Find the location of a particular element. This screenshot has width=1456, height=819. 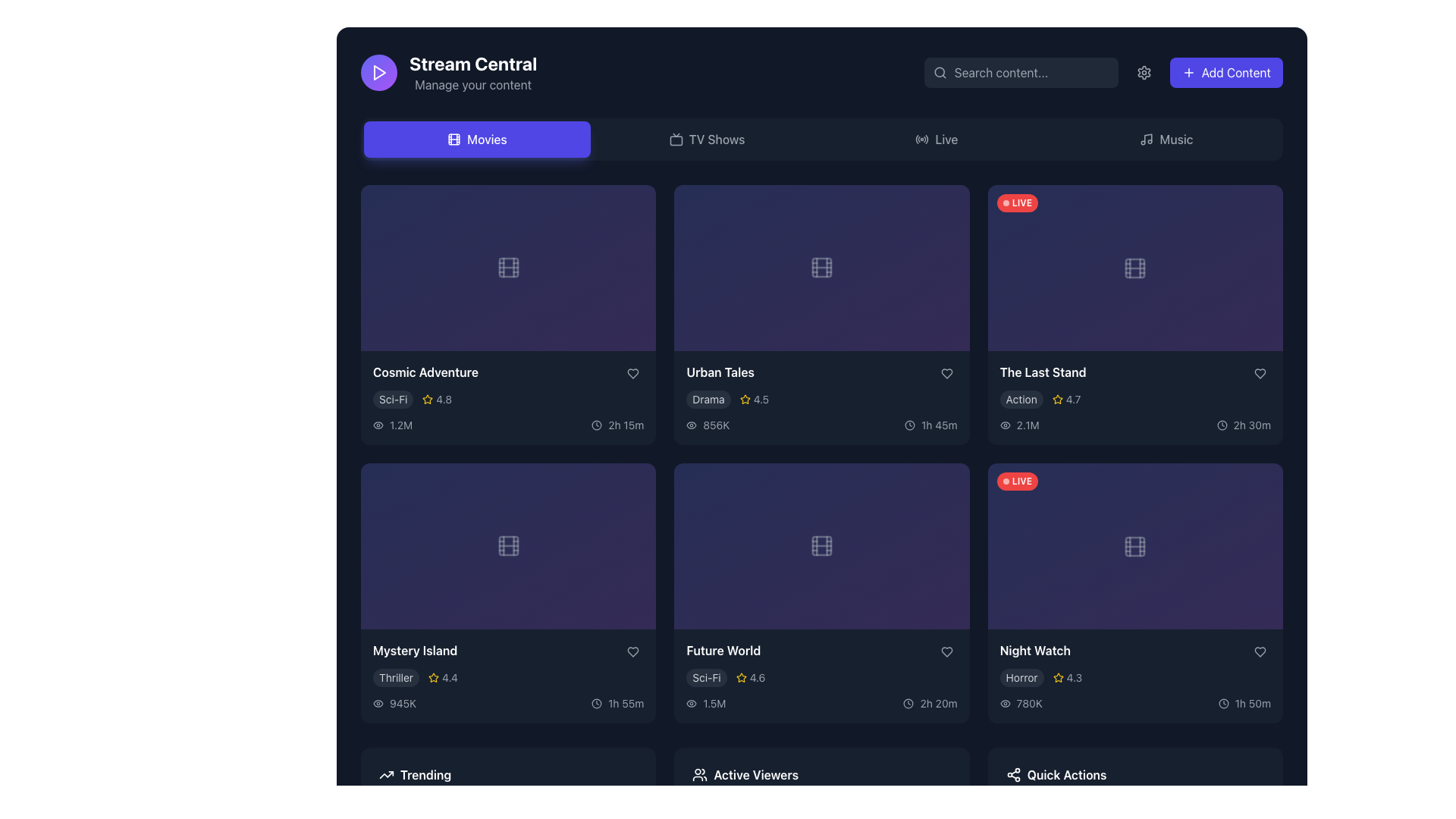

the heart icon in the second movie card titled 'Urban Tales' to mark the movie as a favorite is located at coordinates (946, 374).